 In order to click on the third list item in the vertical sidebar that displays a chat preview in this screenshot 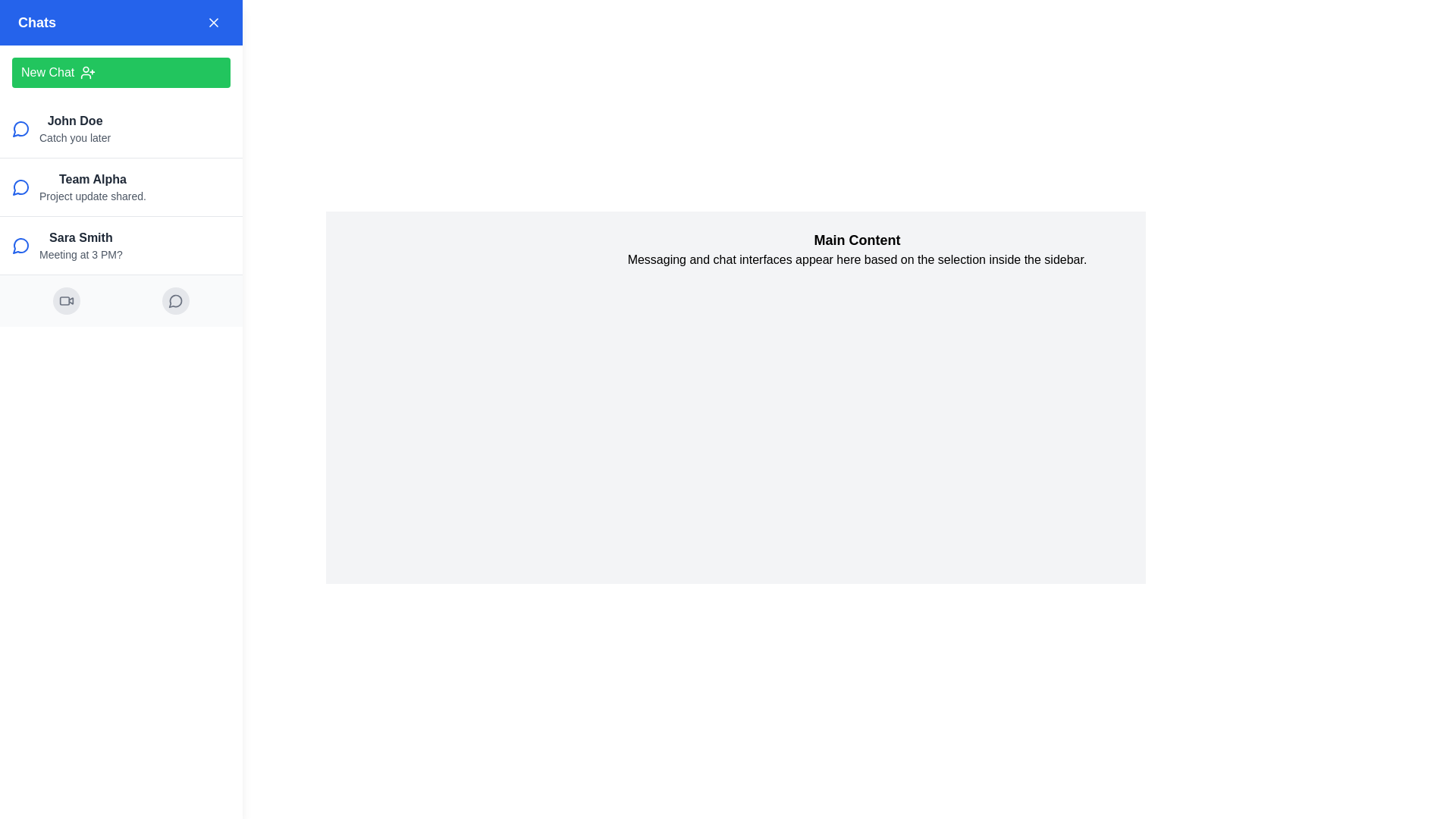, I will do `click(80, 245)`.